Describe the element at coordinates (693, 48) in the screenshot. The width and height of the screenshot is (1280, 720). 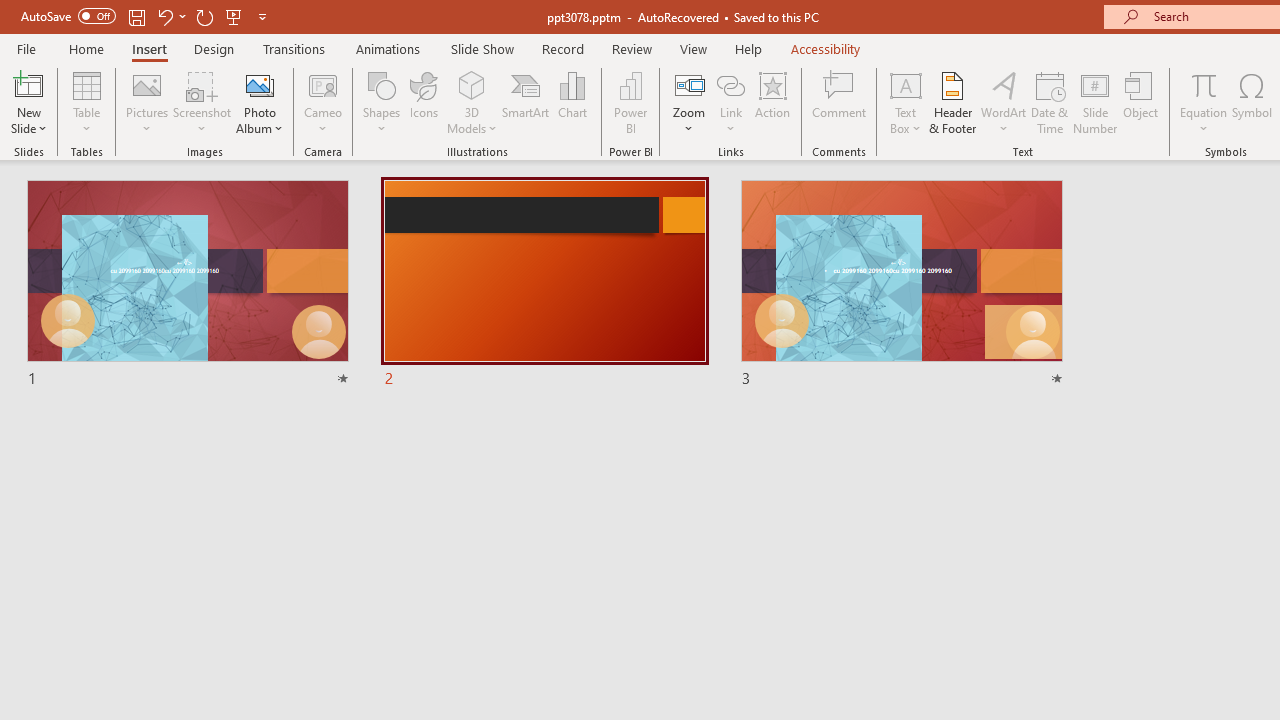
I see `'View'` at that location.